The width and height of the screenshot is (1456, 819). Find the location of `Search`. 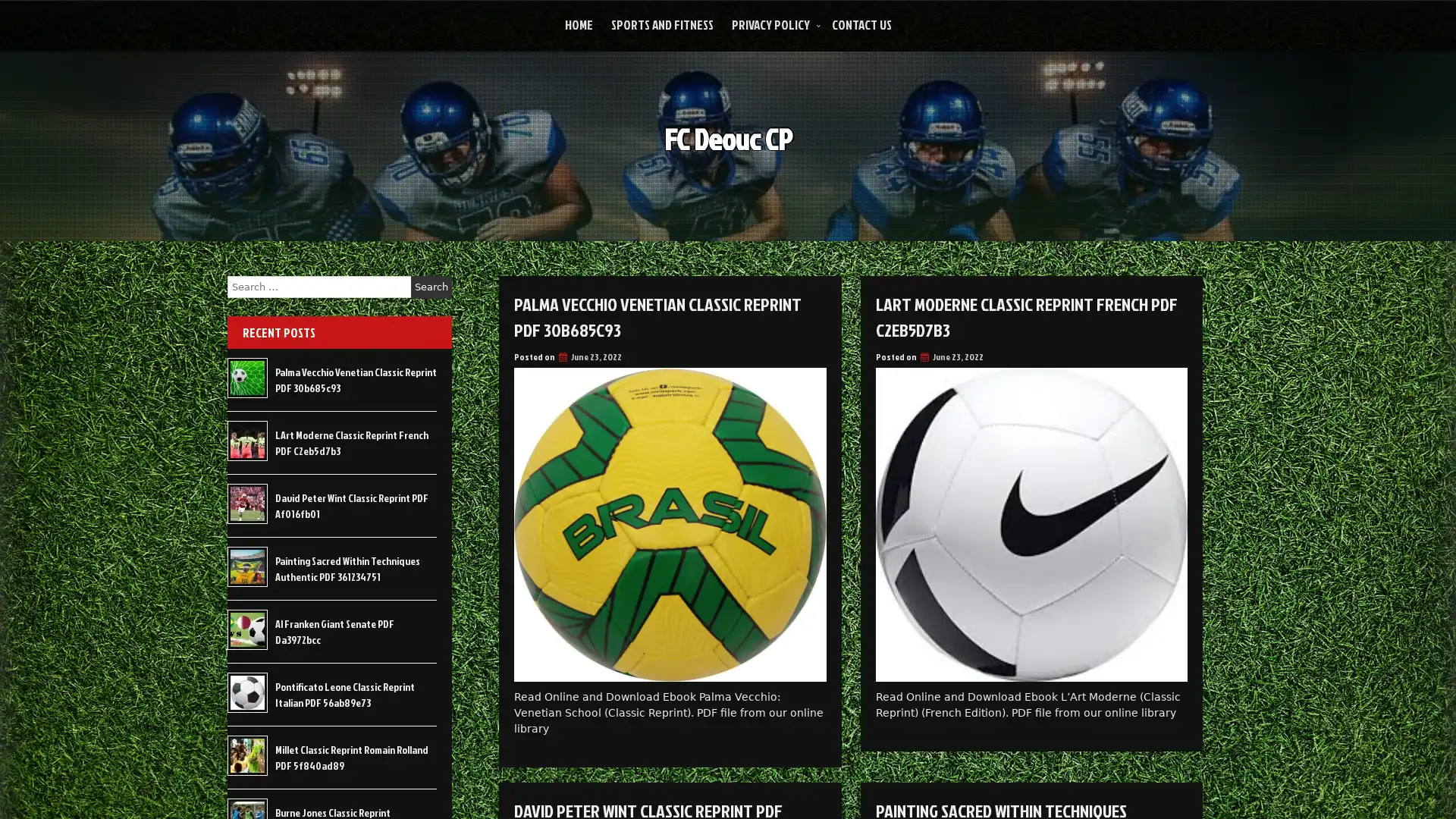

Search is located at coordinates (431, 287).